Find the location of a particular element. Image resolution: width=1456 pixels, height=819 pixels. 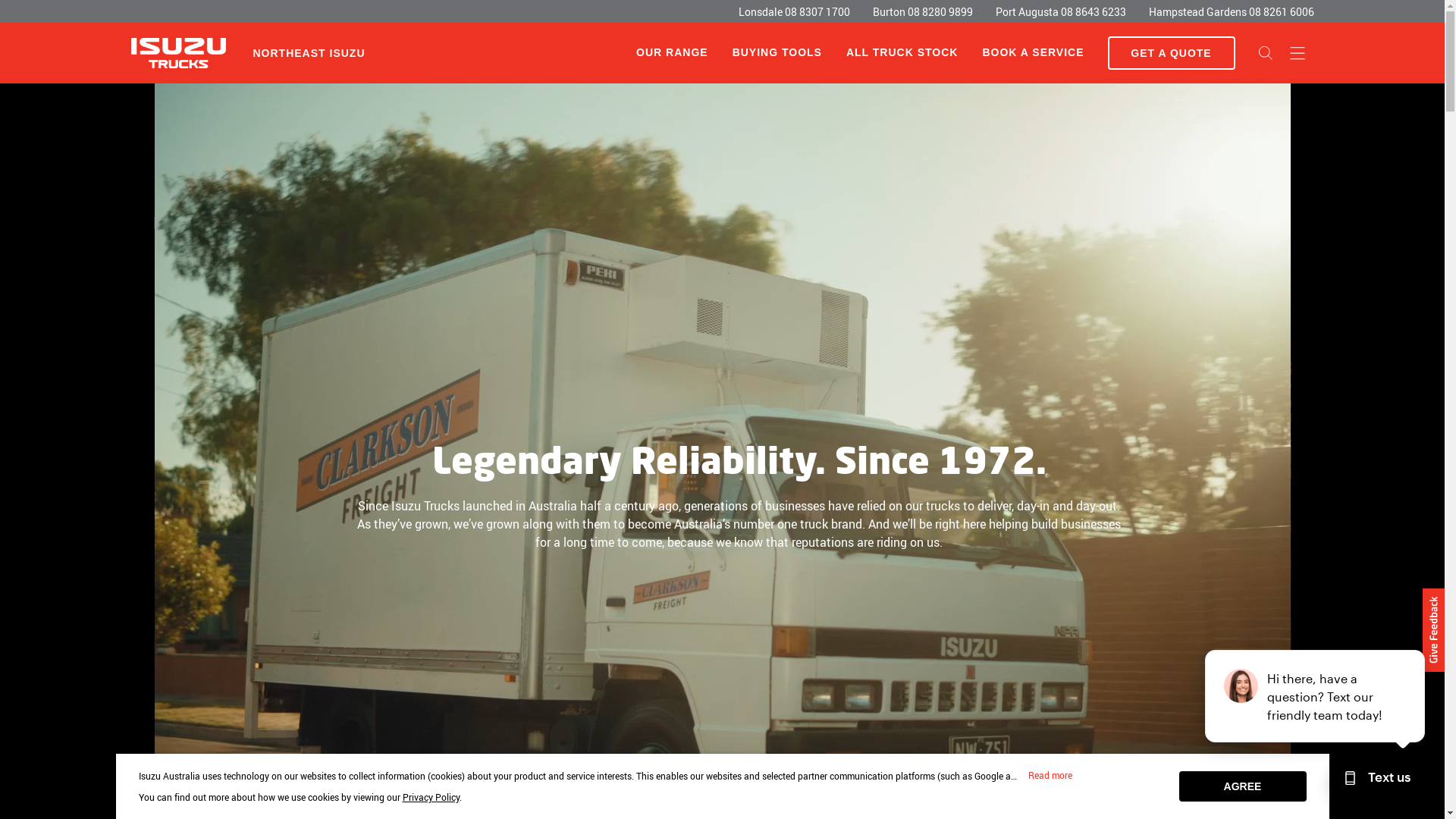

'podium webchat widget prompt' is located at coordinates (1314, 696).